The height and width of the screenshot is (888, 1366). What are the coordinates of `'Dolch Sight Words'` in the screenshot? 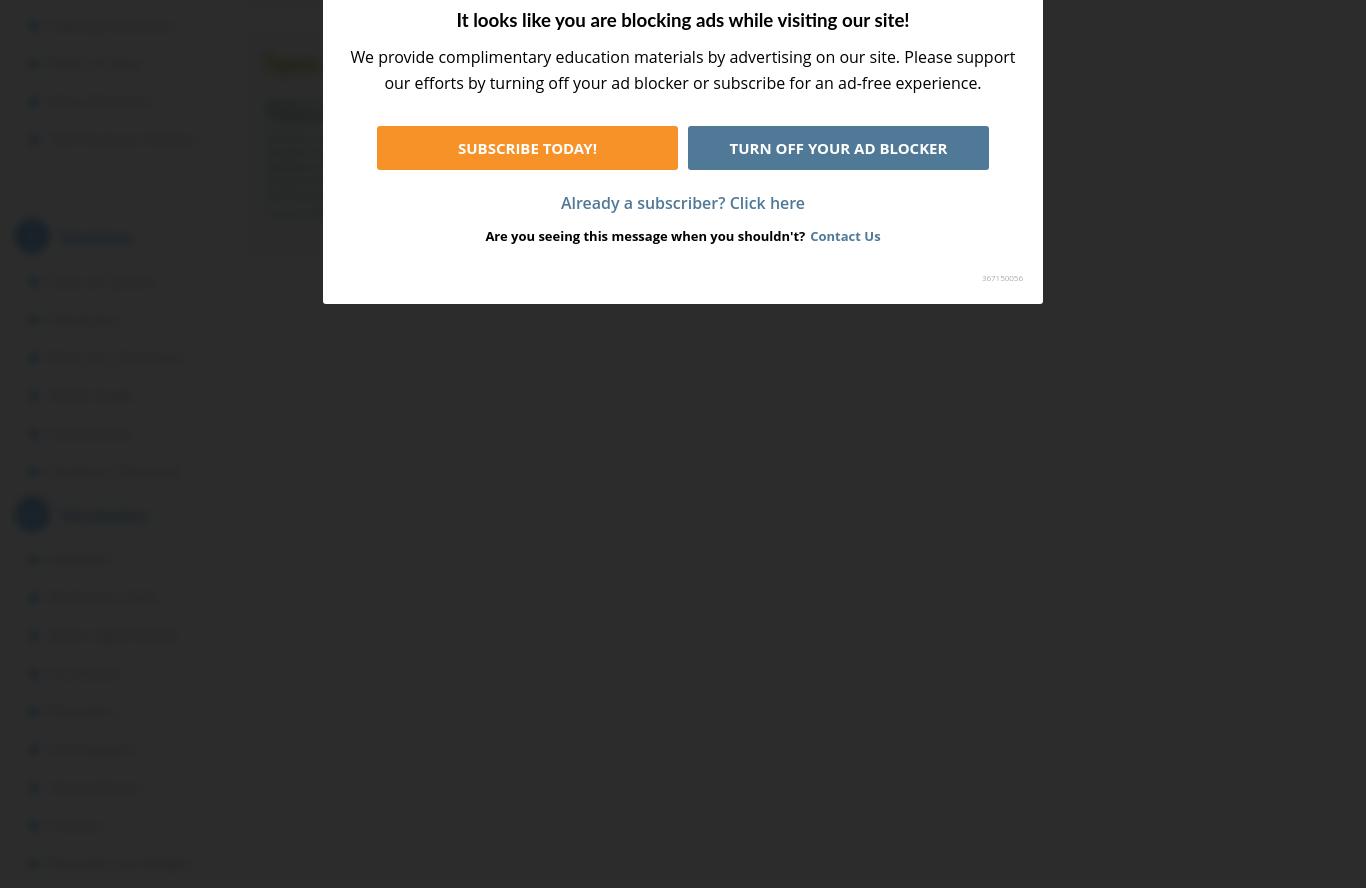 It's located at (112, 634).